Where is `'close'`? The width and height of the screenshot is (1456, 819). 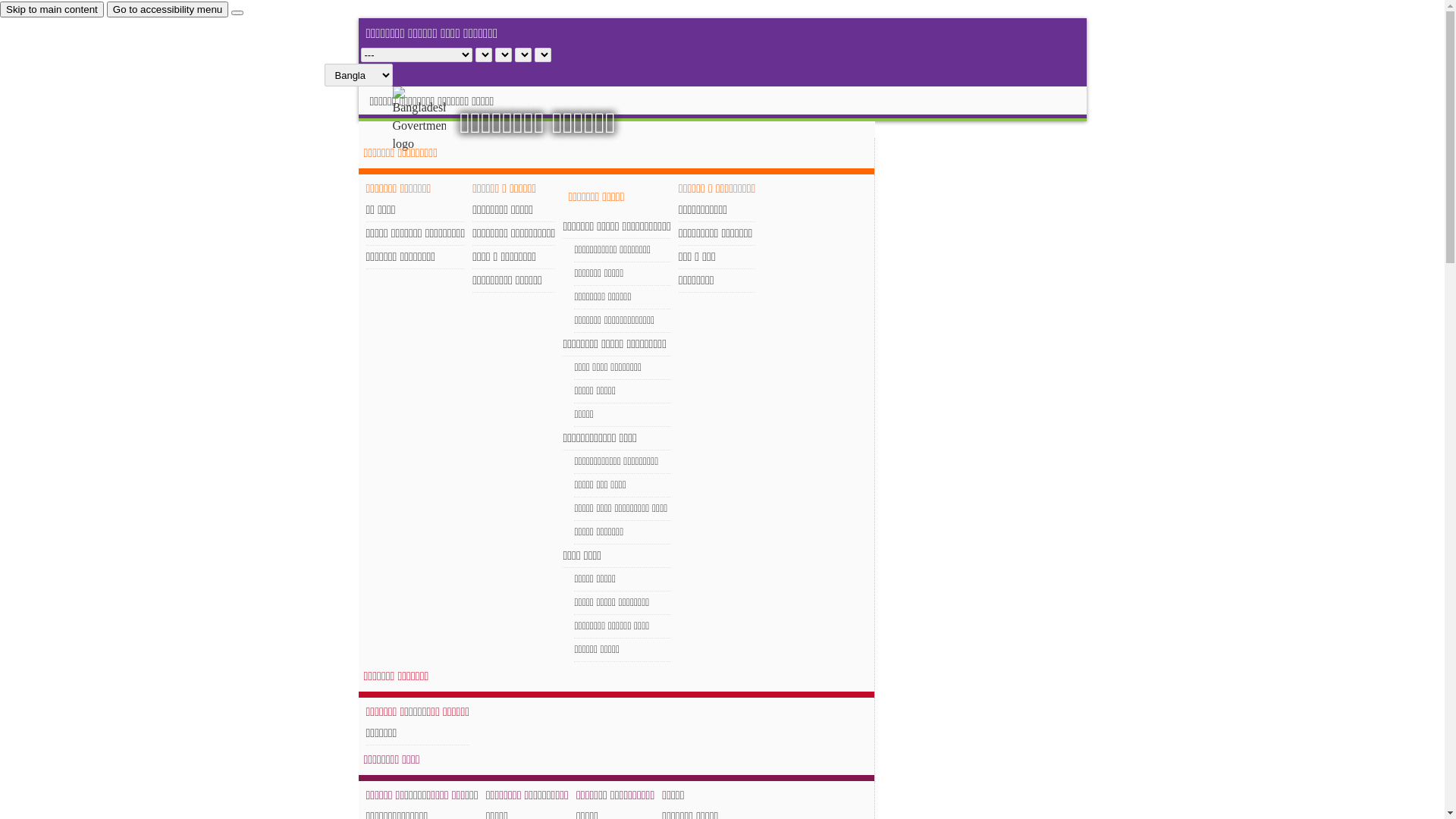
'close' is located at coordinates (236, 12).